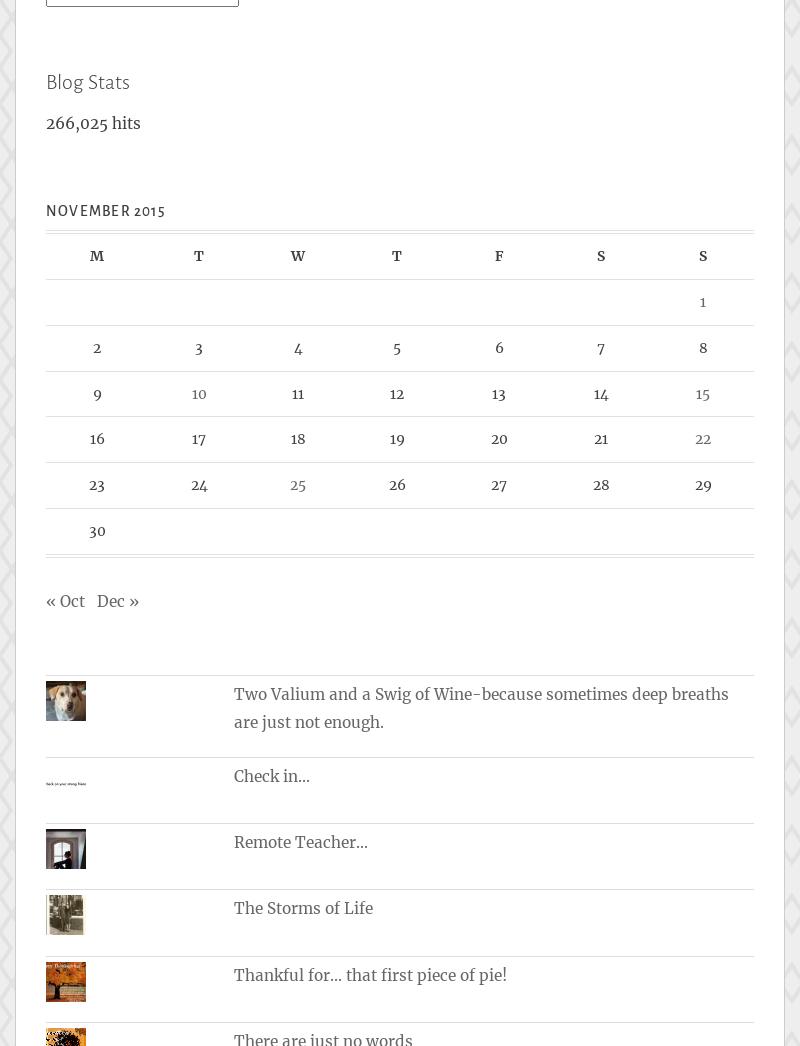  I want to click on '15', so click(701, 392).